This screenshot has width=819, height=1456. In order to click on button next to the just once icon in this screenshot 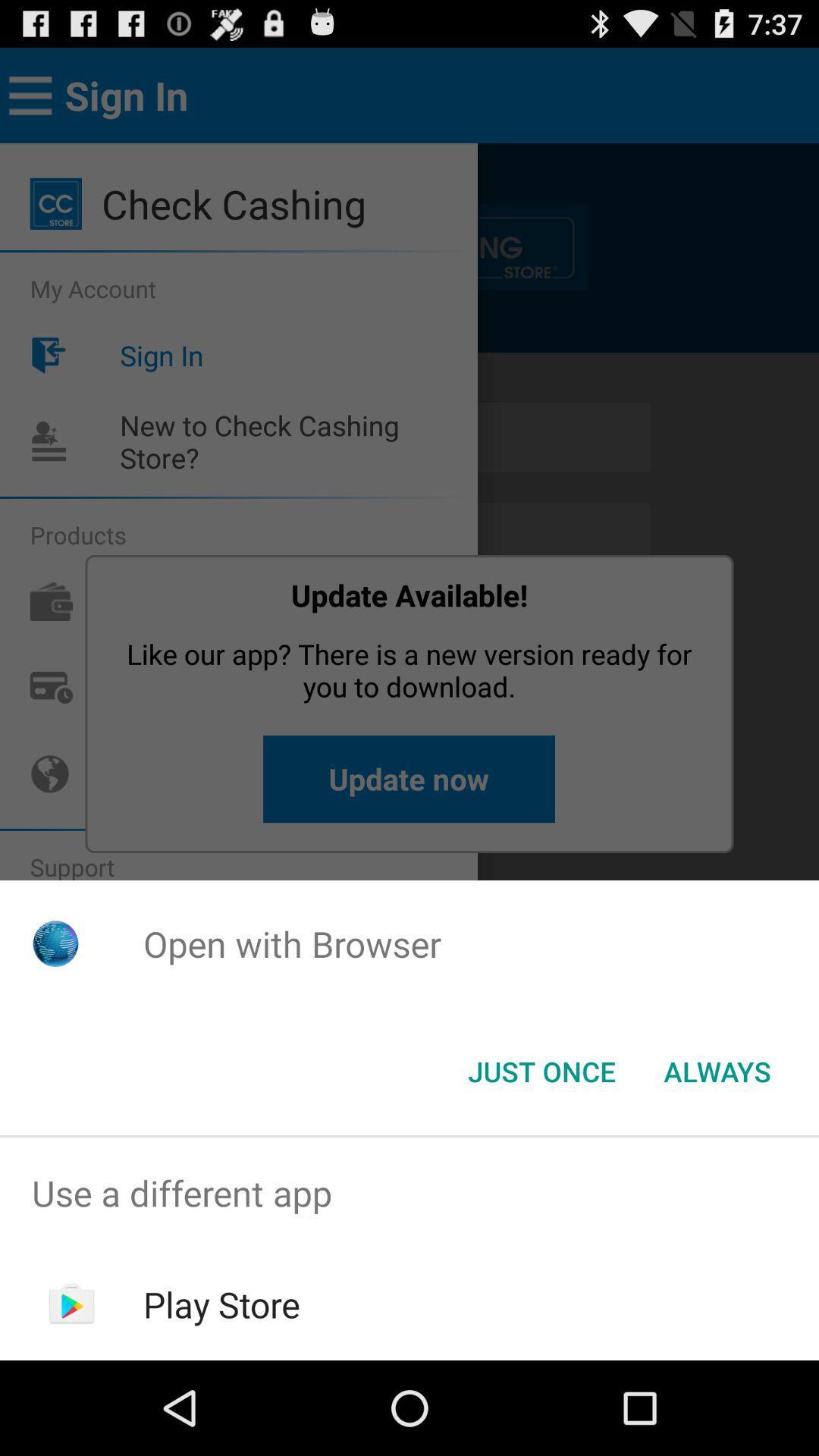, I will do `click(717, 1070)`.